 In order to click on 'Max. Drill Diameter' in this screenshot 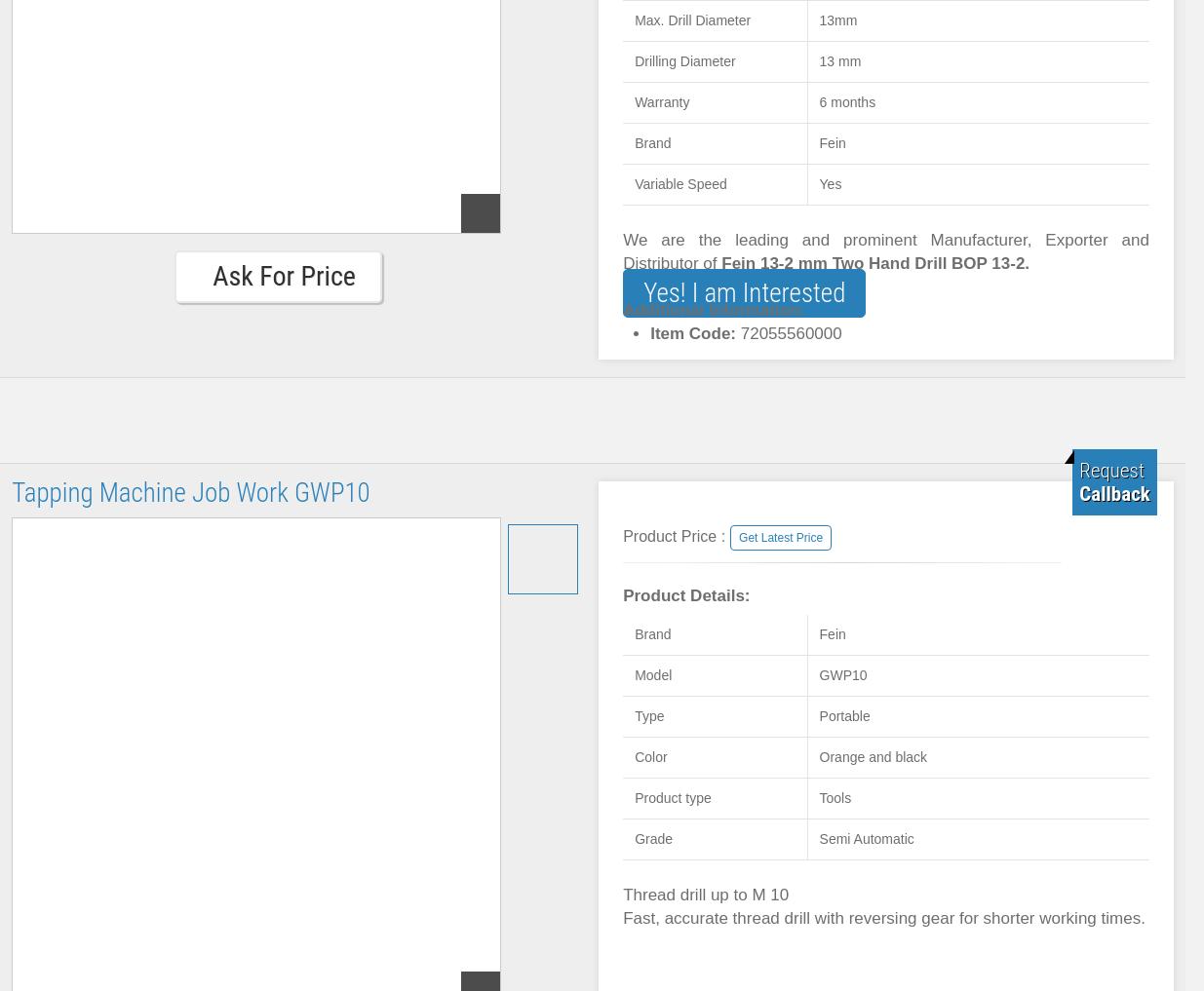, I will do `click(692, 19)`.